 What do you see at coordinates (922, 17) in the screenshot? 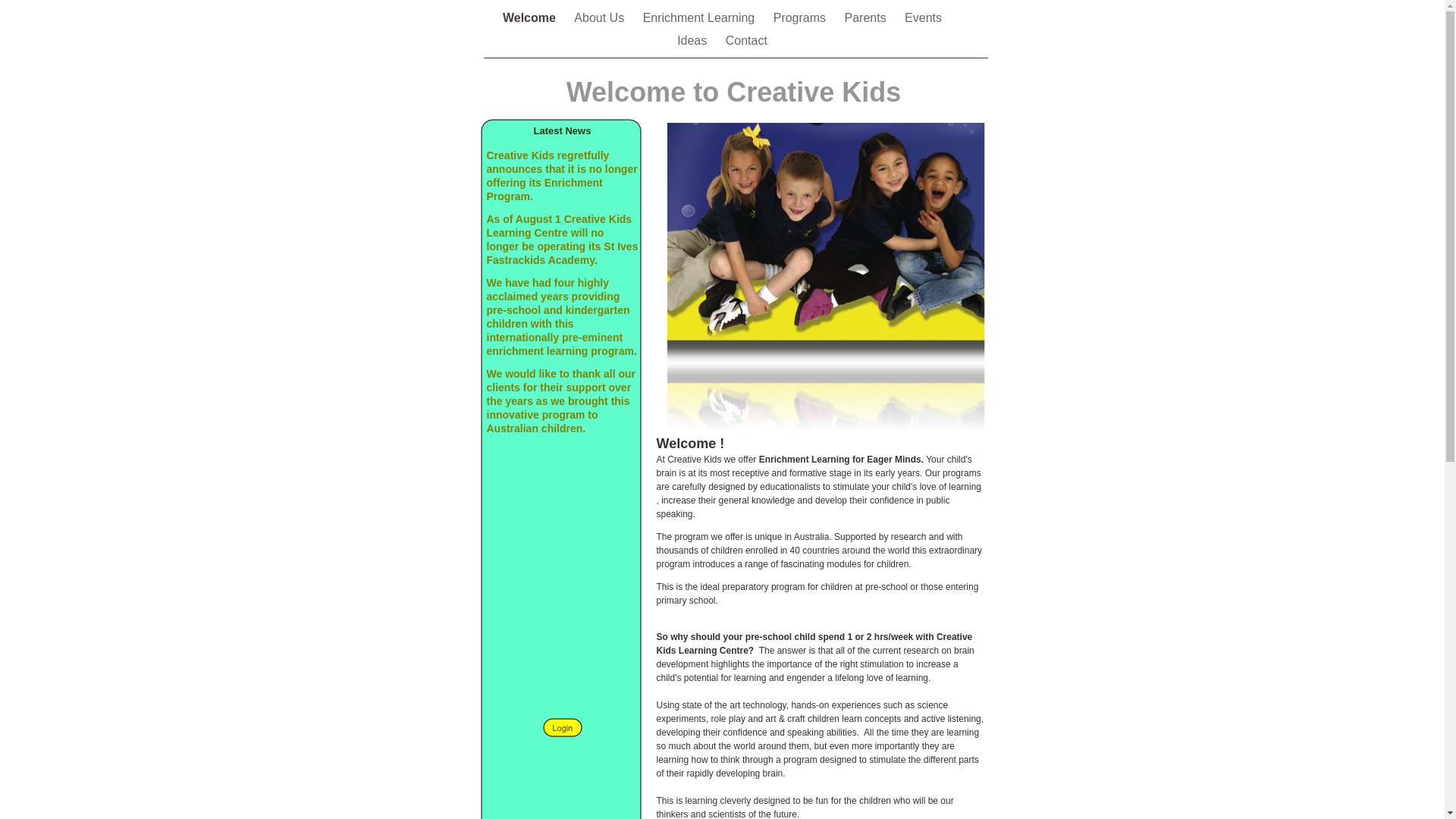
I see `'Events'` at bounding box center [922, 17].